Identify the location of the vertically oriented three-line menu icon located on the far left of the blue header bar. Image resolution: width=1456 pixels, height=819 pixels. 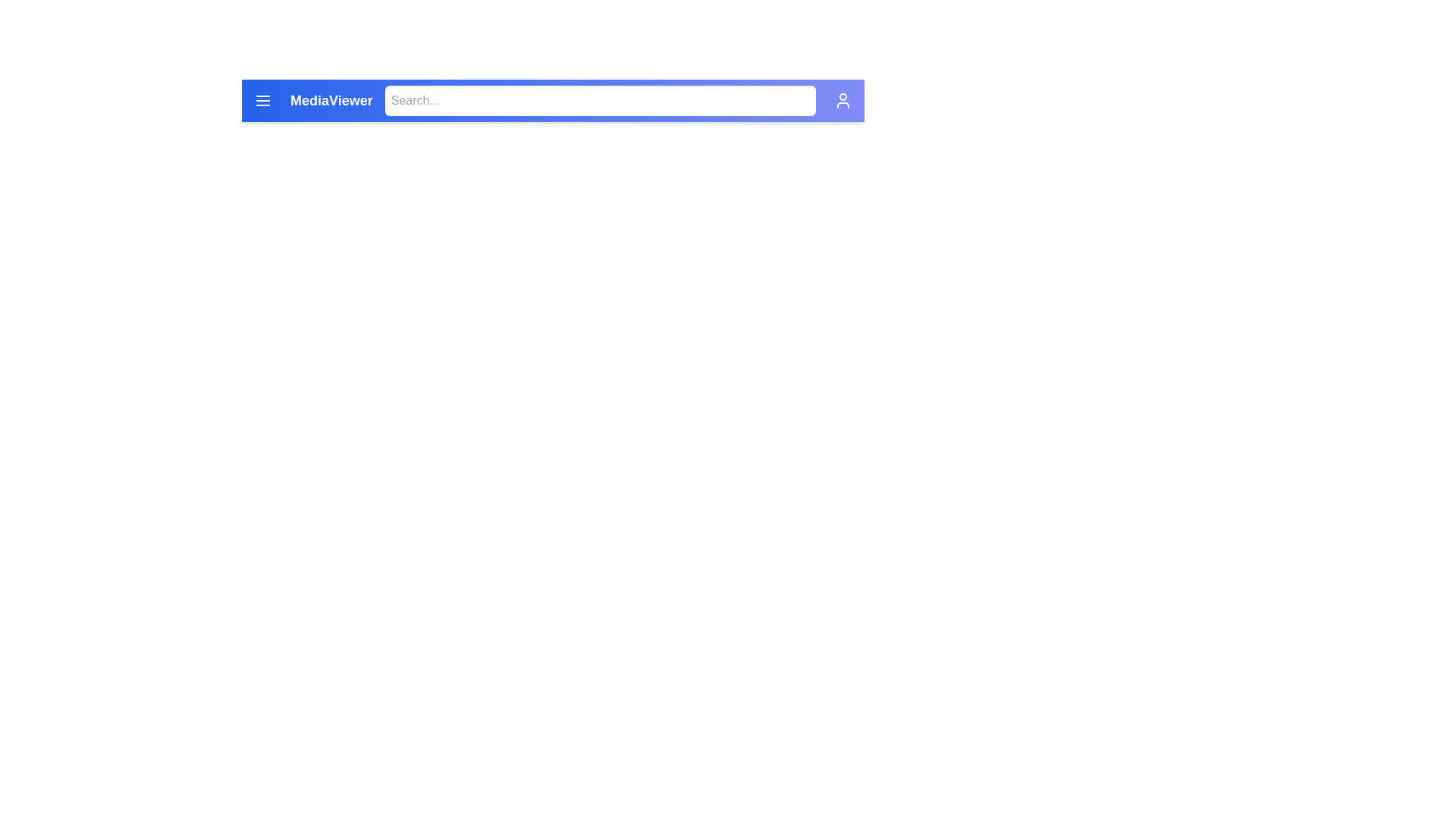
(262, 100).